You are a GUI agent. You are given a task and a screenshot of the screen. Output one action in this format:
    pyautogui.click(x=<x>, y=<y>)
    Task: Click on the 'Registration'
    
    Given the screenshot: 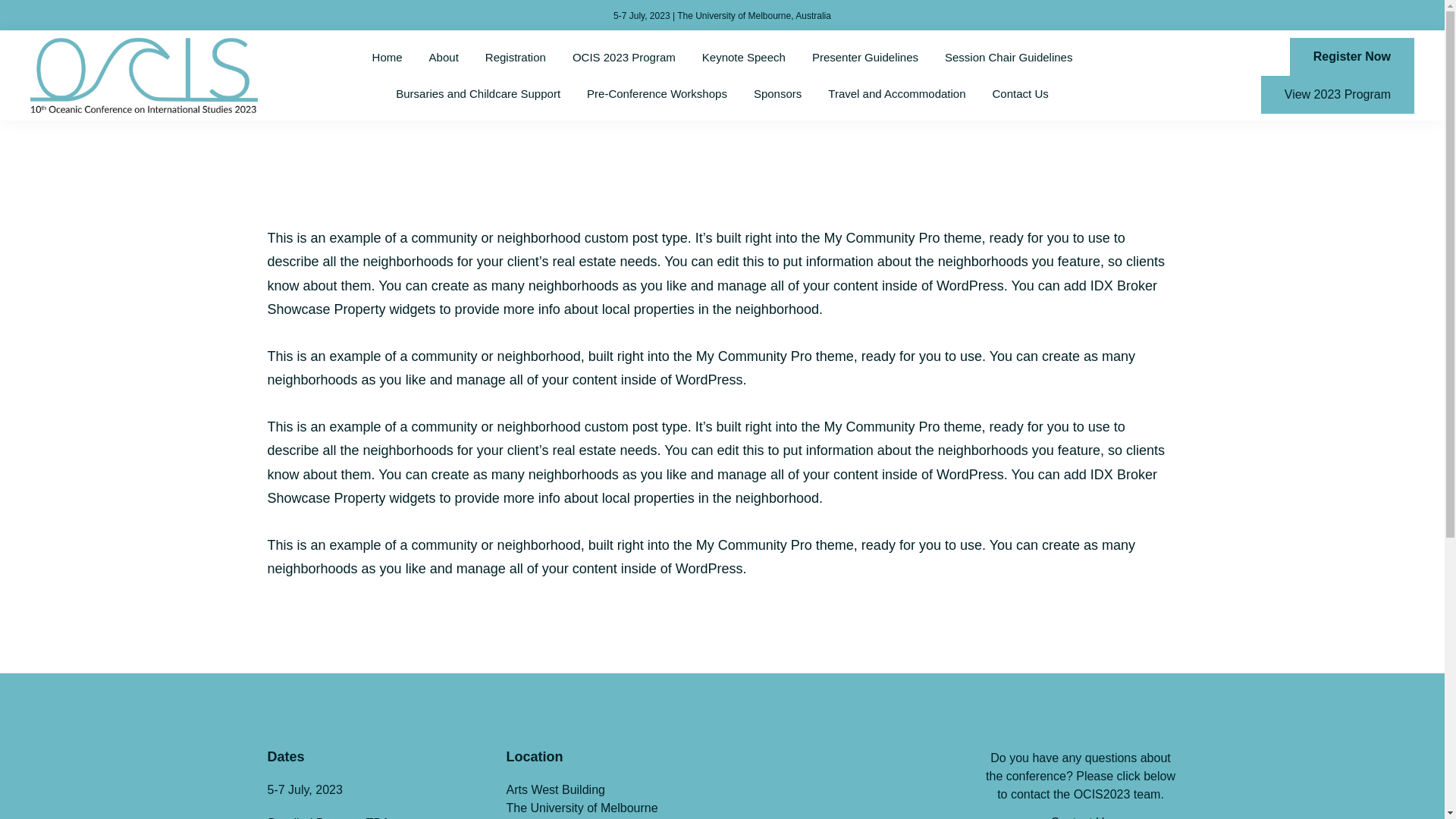 What is the action you would take?
    pyautogui.click(x=516, y=57)
    